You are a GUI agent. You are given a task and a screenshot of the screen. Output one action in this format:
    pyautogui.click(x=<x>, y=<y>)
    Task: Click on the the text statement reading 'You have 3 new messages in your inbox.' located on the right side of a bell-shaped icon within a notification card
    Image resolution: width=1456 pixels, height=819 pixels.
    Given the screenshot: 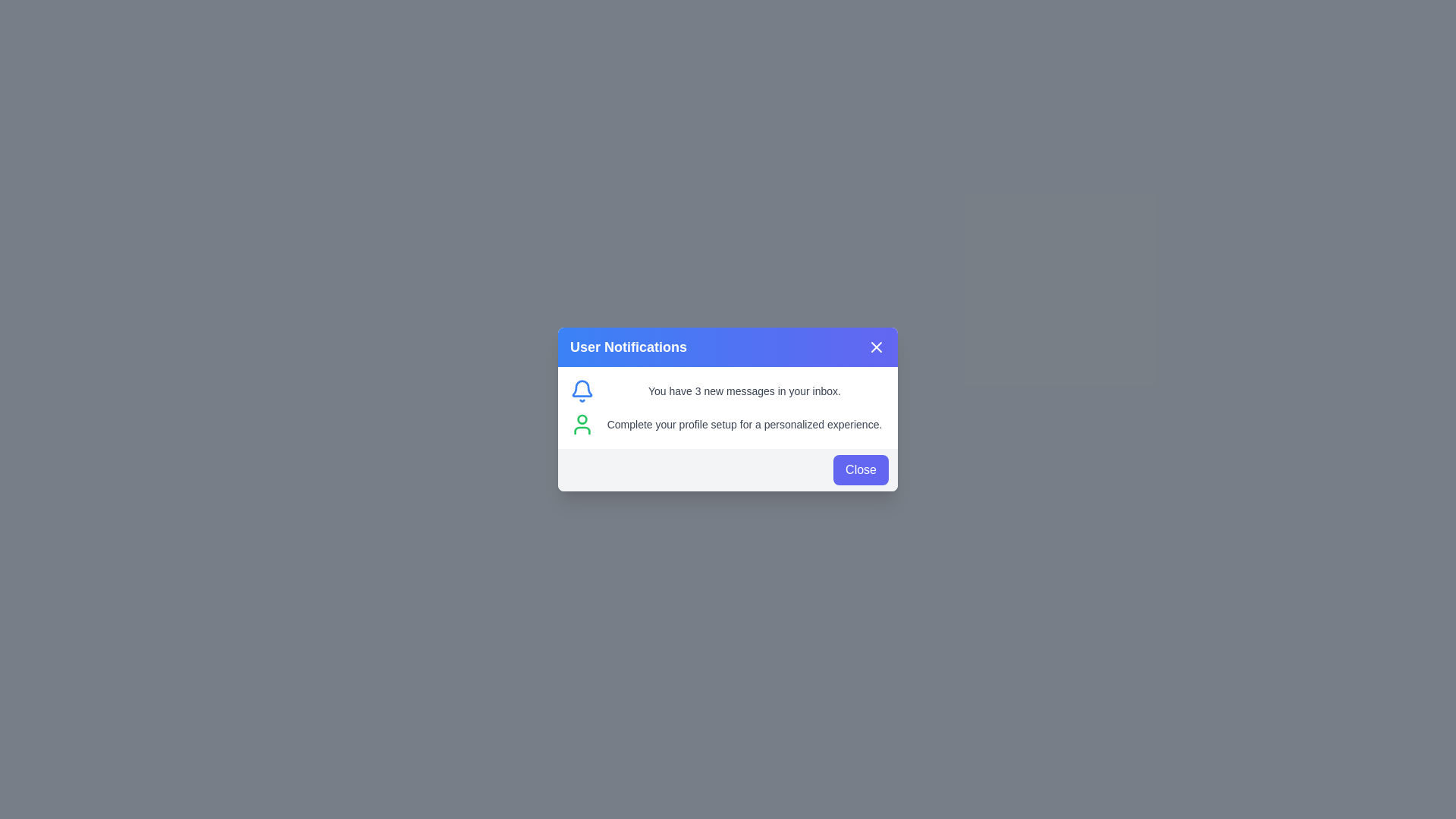 What is the action you would take?
    pyautogui.click(x=745, y=391)
    